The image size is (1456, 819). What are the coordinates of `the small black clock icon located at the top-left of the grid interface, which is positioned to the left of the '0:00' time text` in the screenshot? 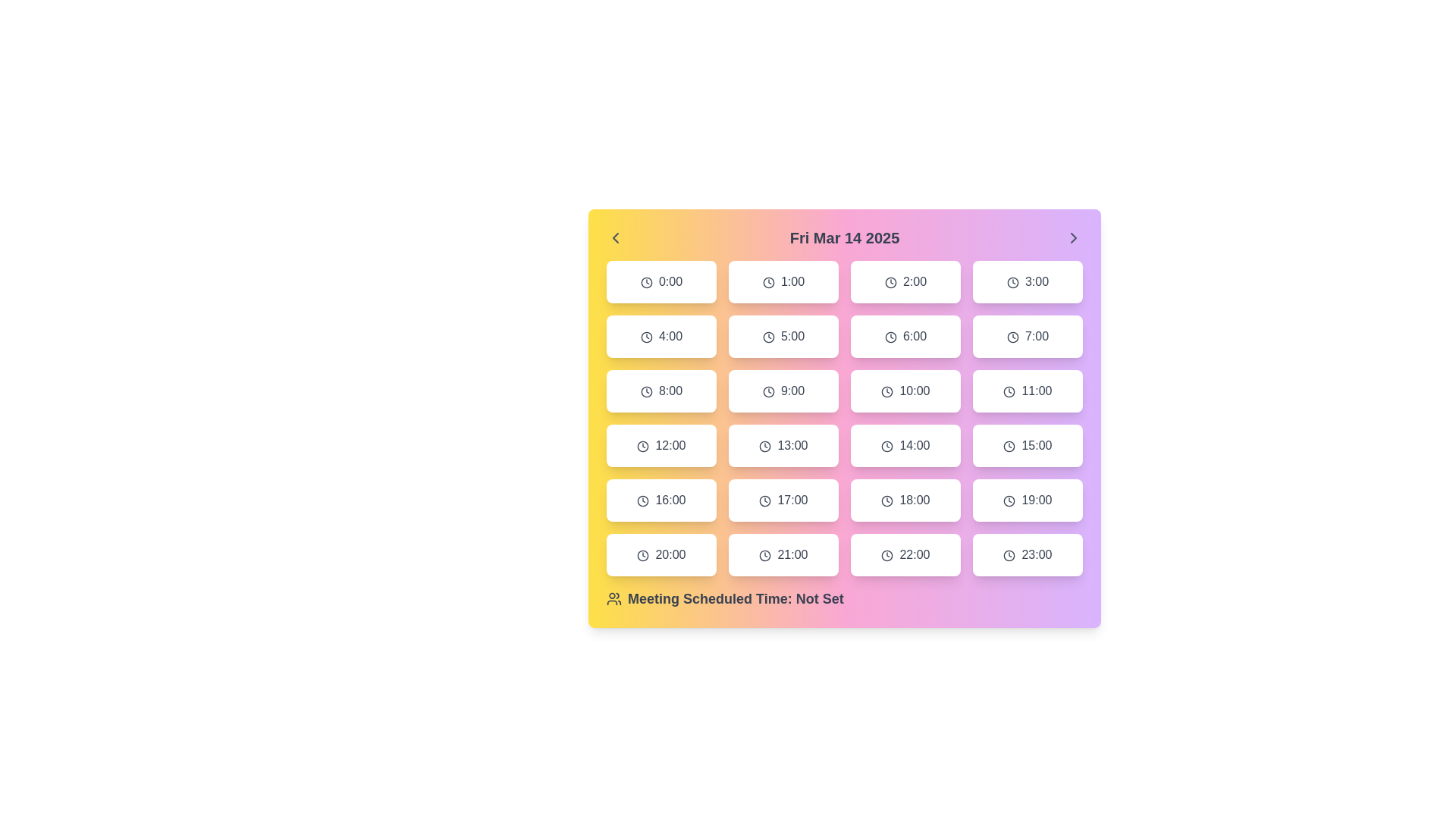 It's located at (646, 282).